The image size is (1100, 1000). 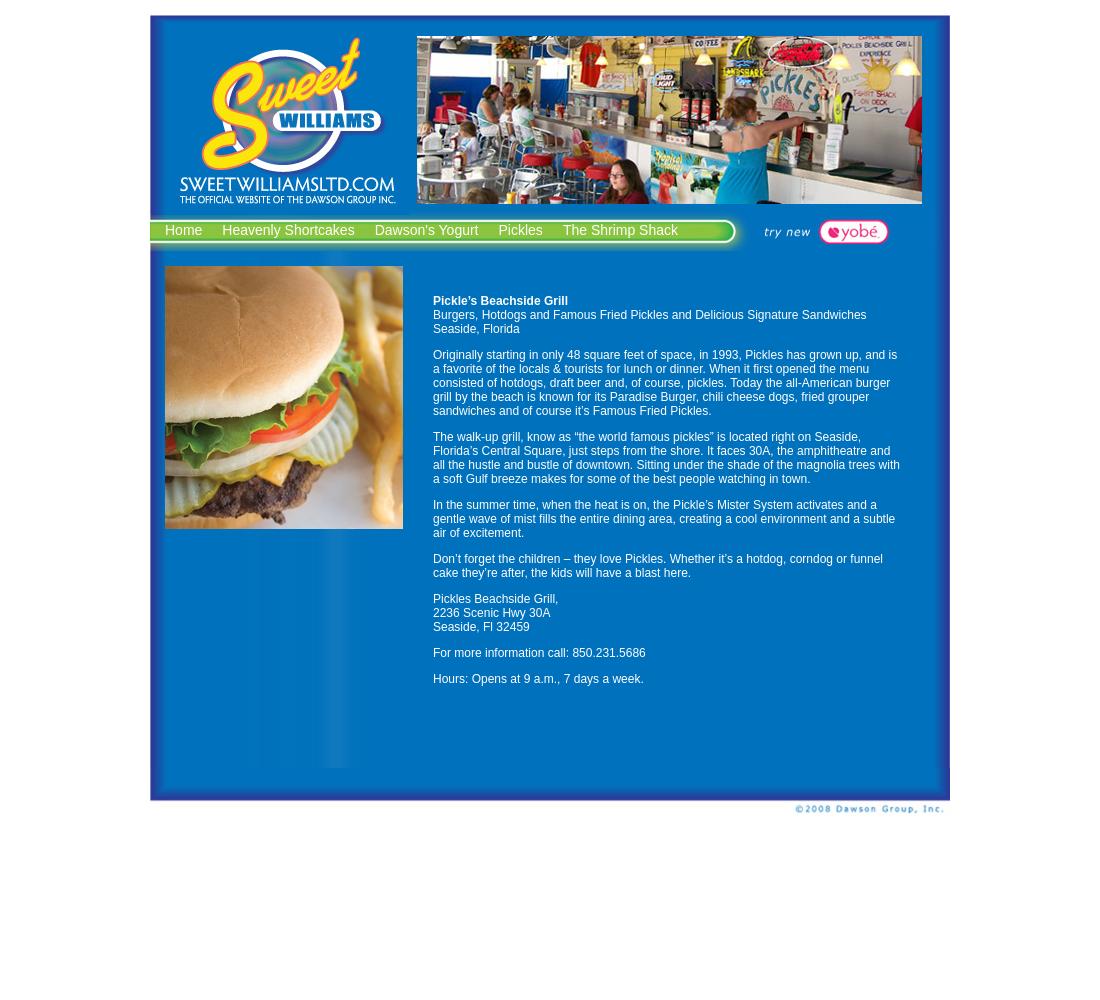 What do you see at coordinates (431, 598) in the screenshot?
I see `'Pickles Beachside Grill,'` at bounding box center [431, 598].